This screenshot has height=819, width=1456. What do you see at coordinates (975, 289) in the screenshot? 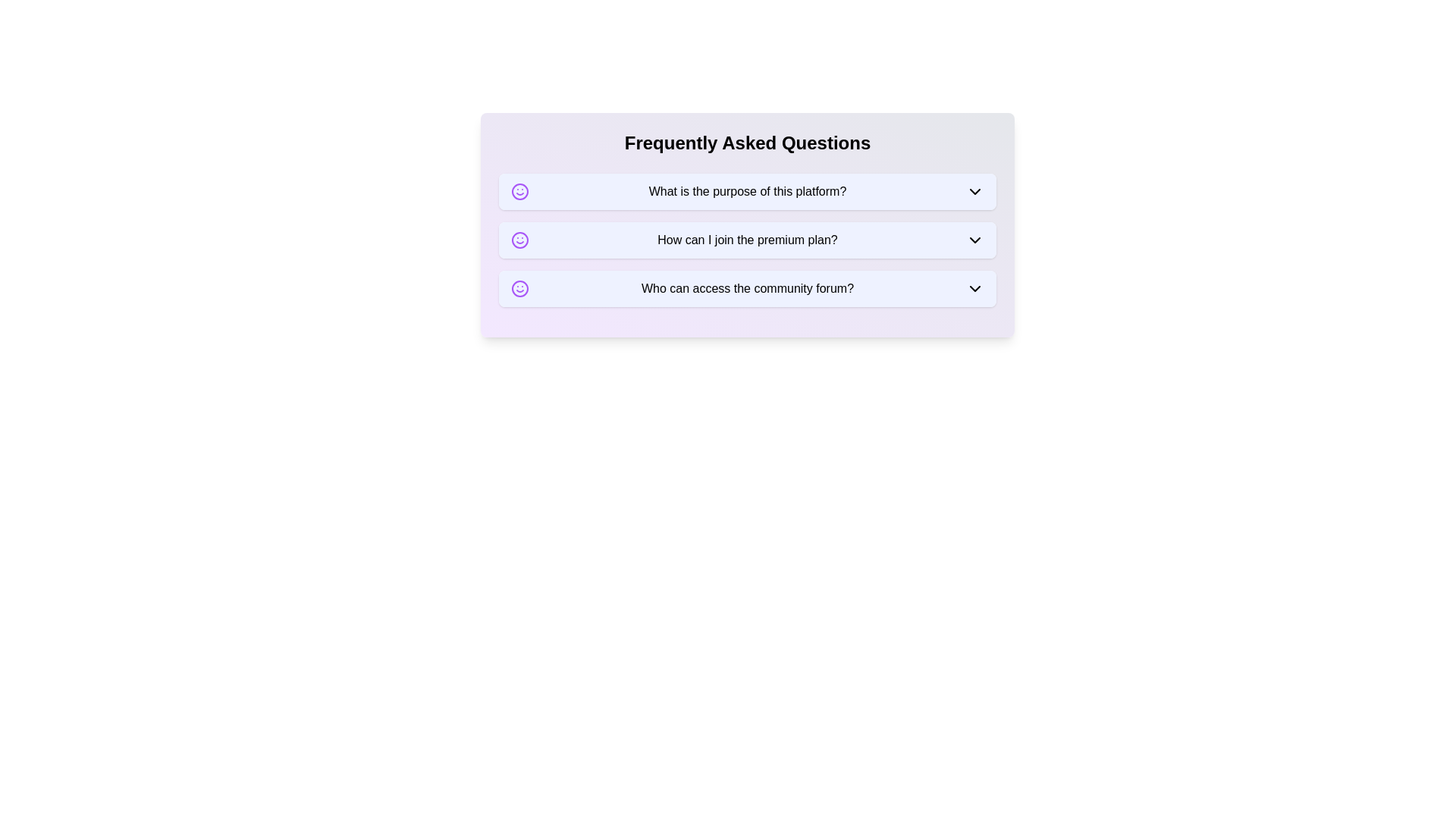
I see `the Chevron-Down icon located at the end of the row containing the text 'Who can access the community forum?'` at bounding box center [975, 289].